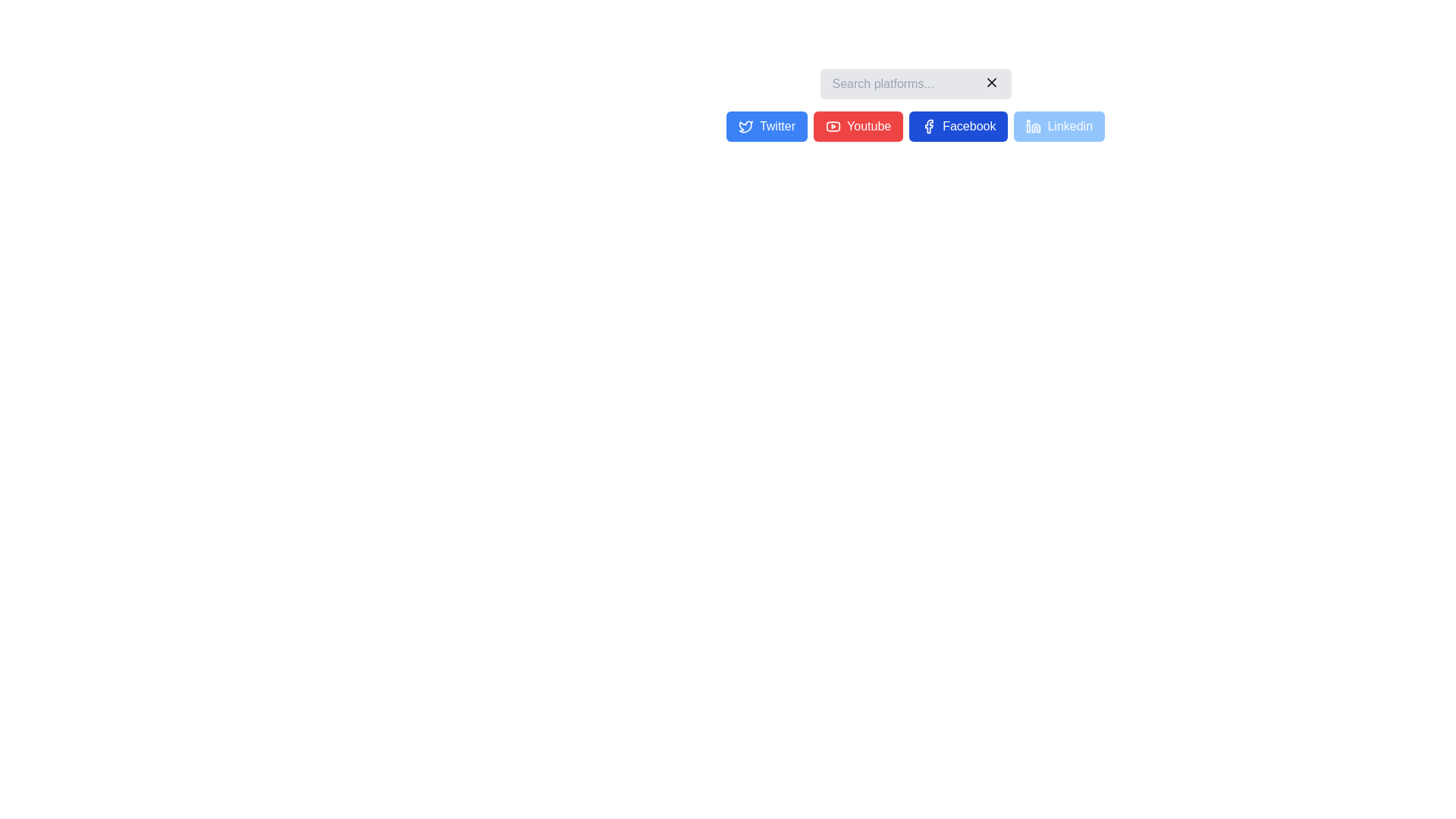 Image resolution: width=1456 pixels, height=819 pixels. What do you see at coordinates (915, 84) in the screenshot?
I see `the search bar input field that has a light gray background and rounded corners to focus on it` at bounding box center [915, 84].